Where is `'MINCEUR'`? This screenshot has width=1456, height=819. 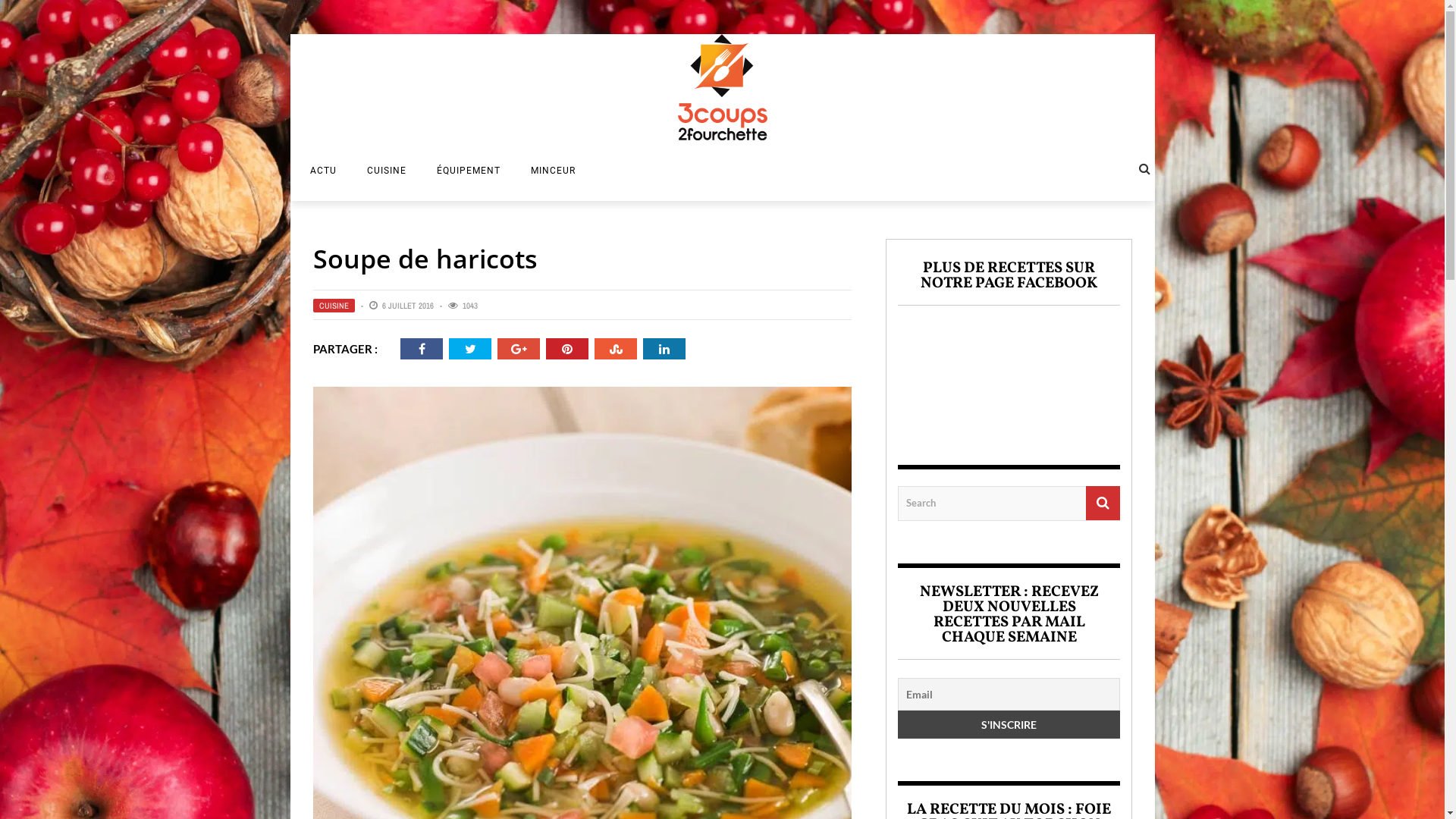
'MINCEUR' is located at coordinates (516, 170).